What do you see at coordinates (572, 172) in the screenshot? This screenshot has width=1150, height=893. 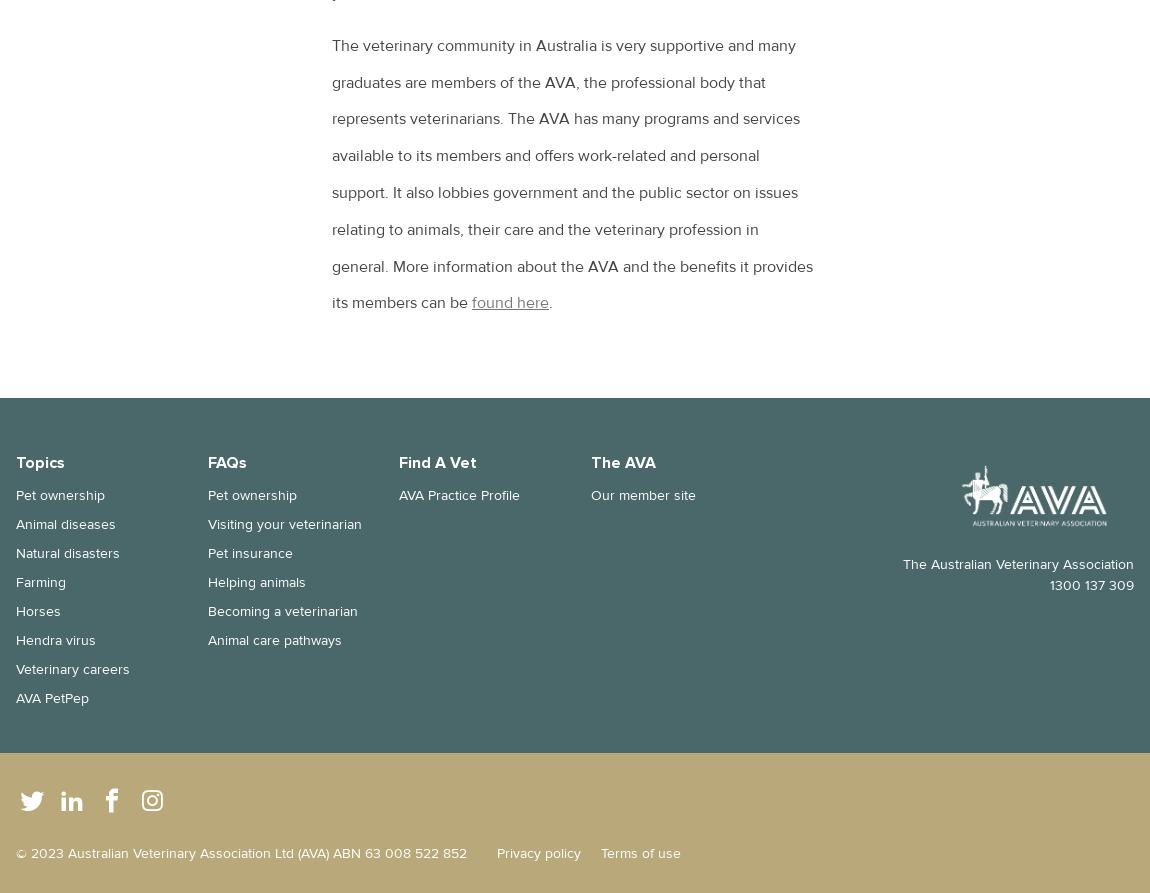 I see `'The veterinary community in Australia is very supportive and many graduates are members of the AVA, the professional body that represents veterinarians. The AVA has many programs and services available to its members and offers work-related and personal support. It also lobbies government and the public sector on issues relating to animals, their care and the veterinary profession in general. More information about the AVA and the benefits it provides its members can be'` at bounding box center [572, 172].